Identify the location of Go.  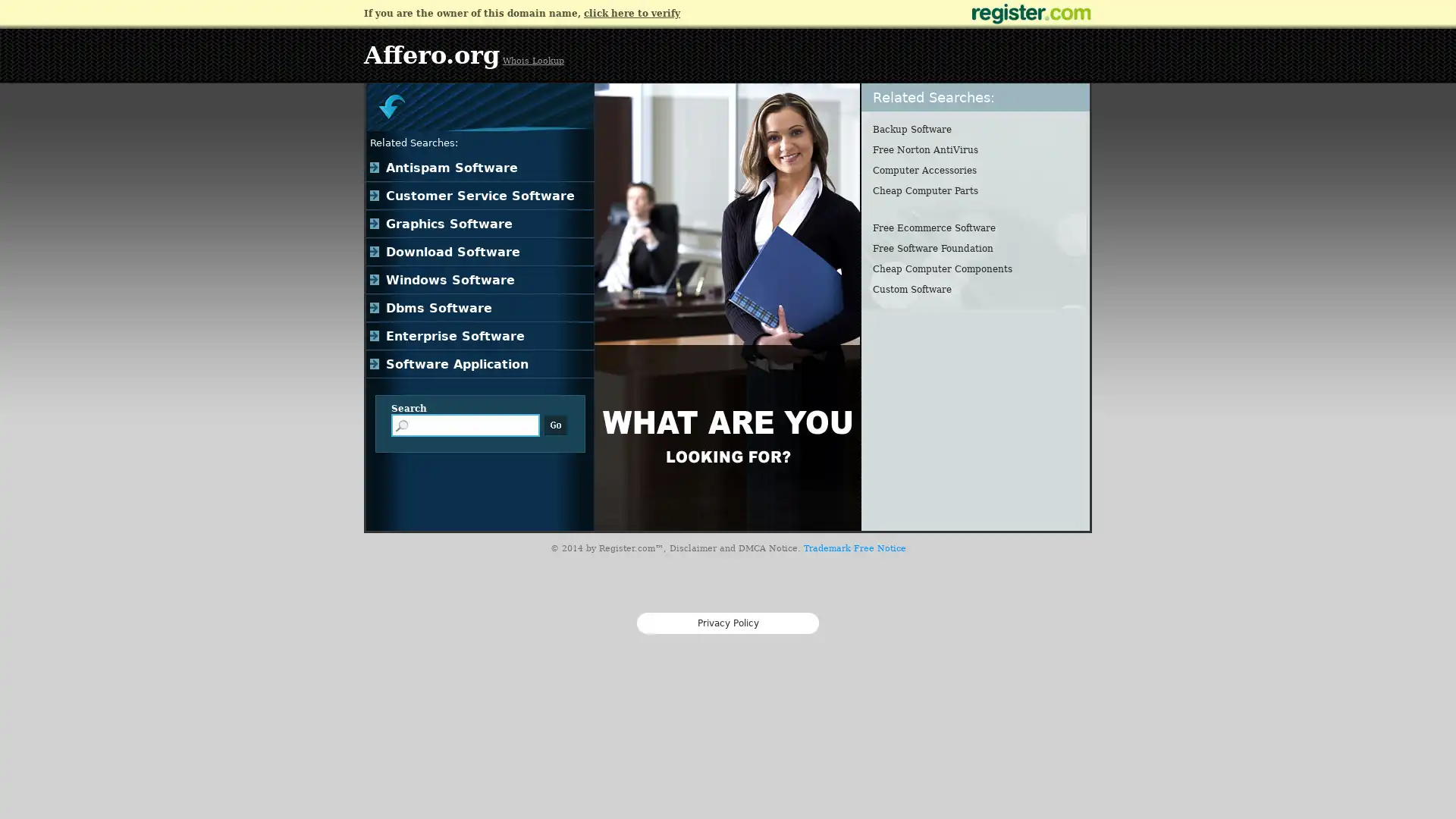
(555, 425).